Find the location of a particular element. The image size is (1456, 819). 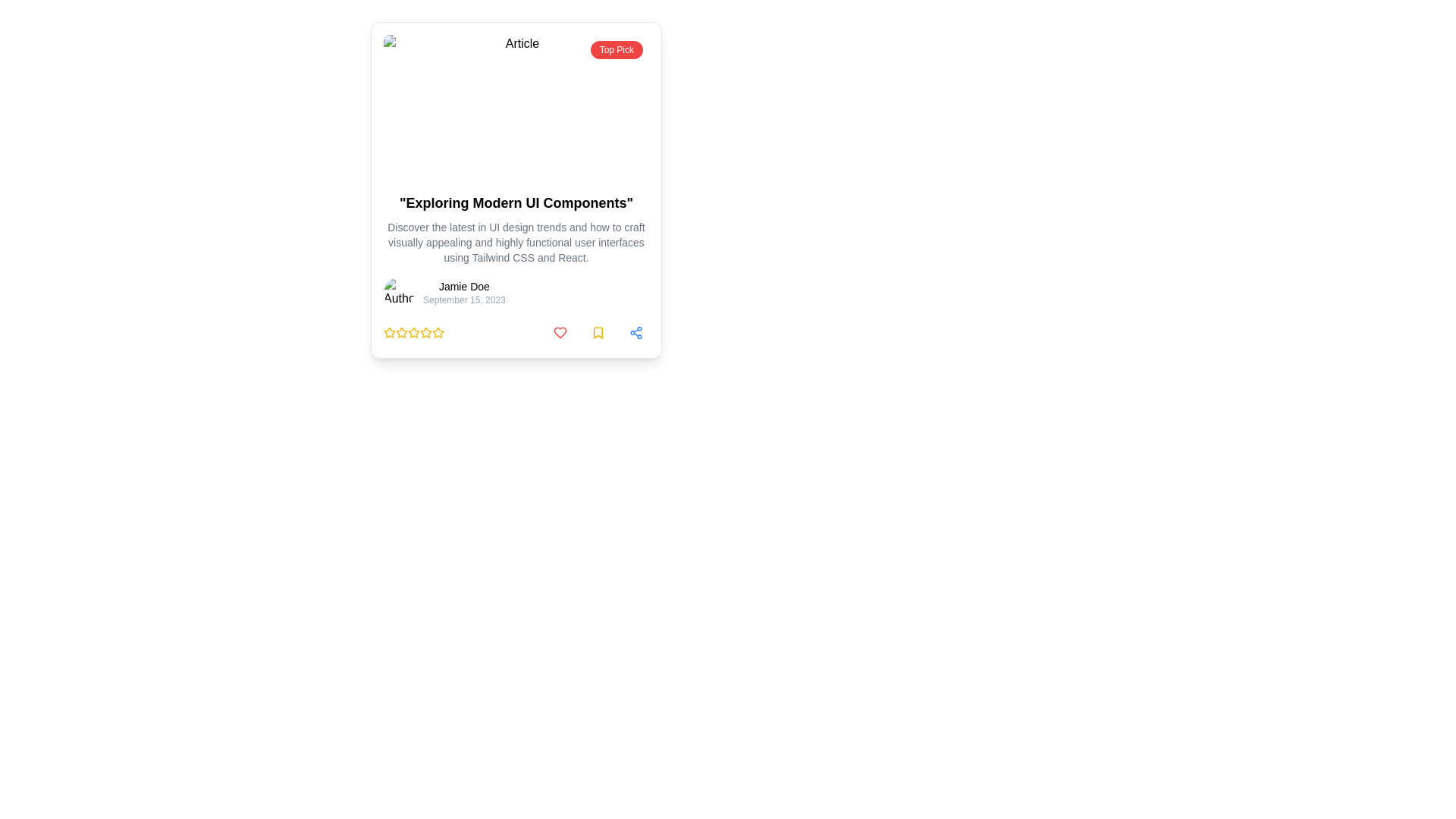

the fifth star icon in the 10-star rating system to interact with it is located at coordinates (414, 332).